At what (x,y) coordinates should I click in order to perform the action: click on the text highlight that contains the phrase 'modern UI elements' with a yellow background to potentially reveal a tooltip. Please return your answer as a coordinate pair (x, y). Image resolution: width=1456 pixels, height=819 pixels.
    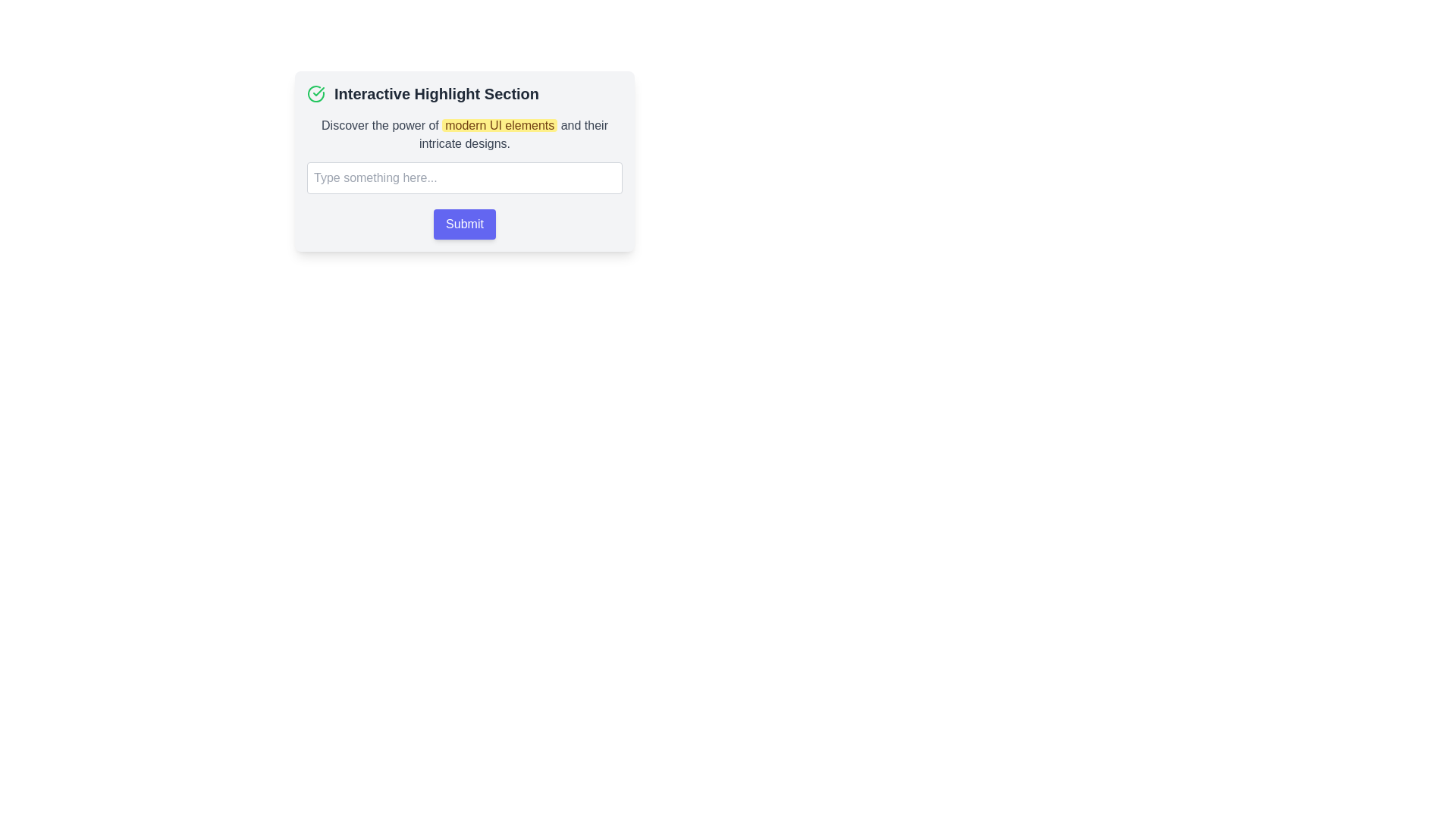
    Looking at the image, I should click on (500, 124).